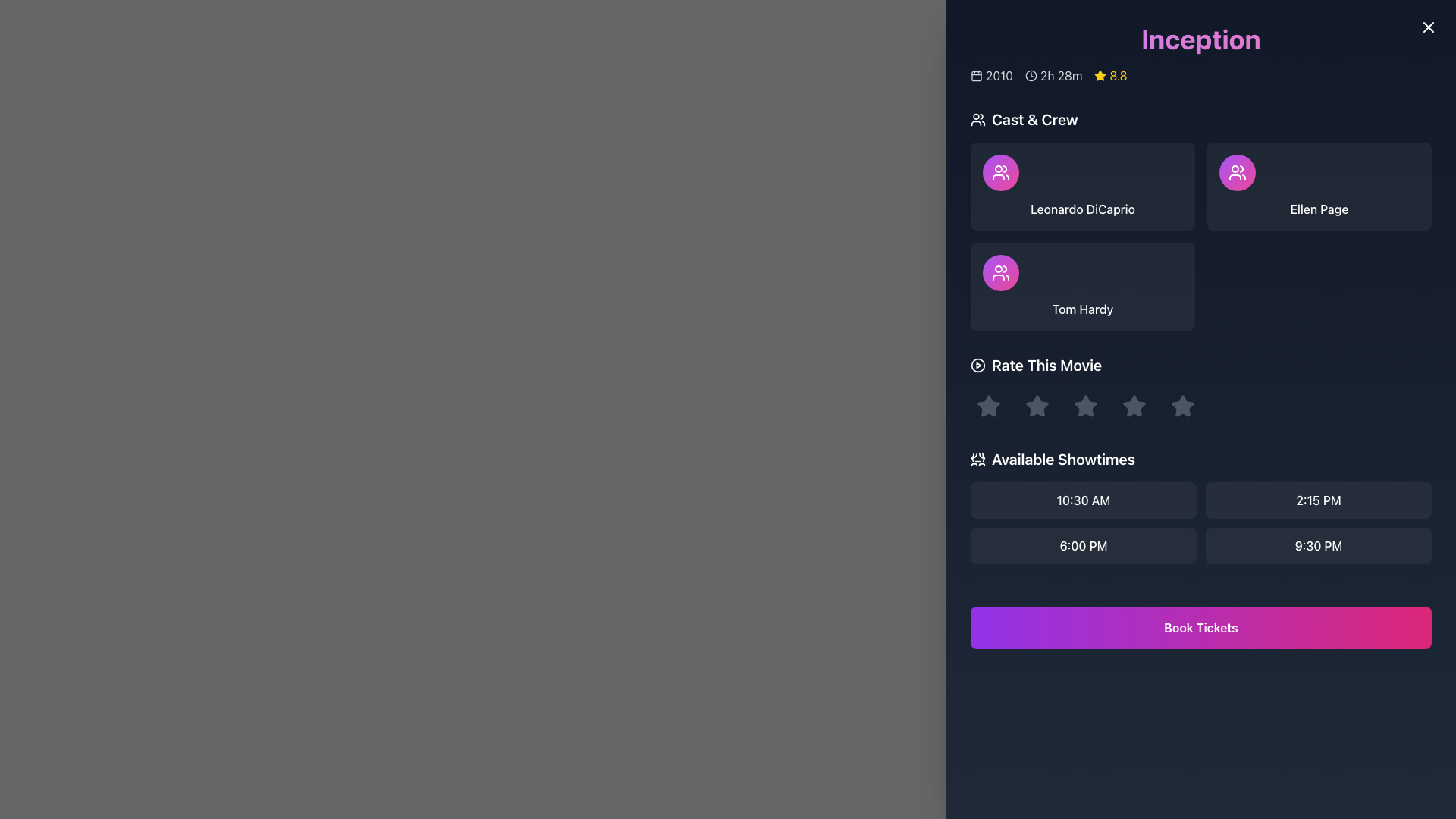 The image size is (1456, 819). I want to click on the Circle SVG element which represents the clock face in the 'Inception' movie info section, located near the top-left corner, so click(1031, 76).